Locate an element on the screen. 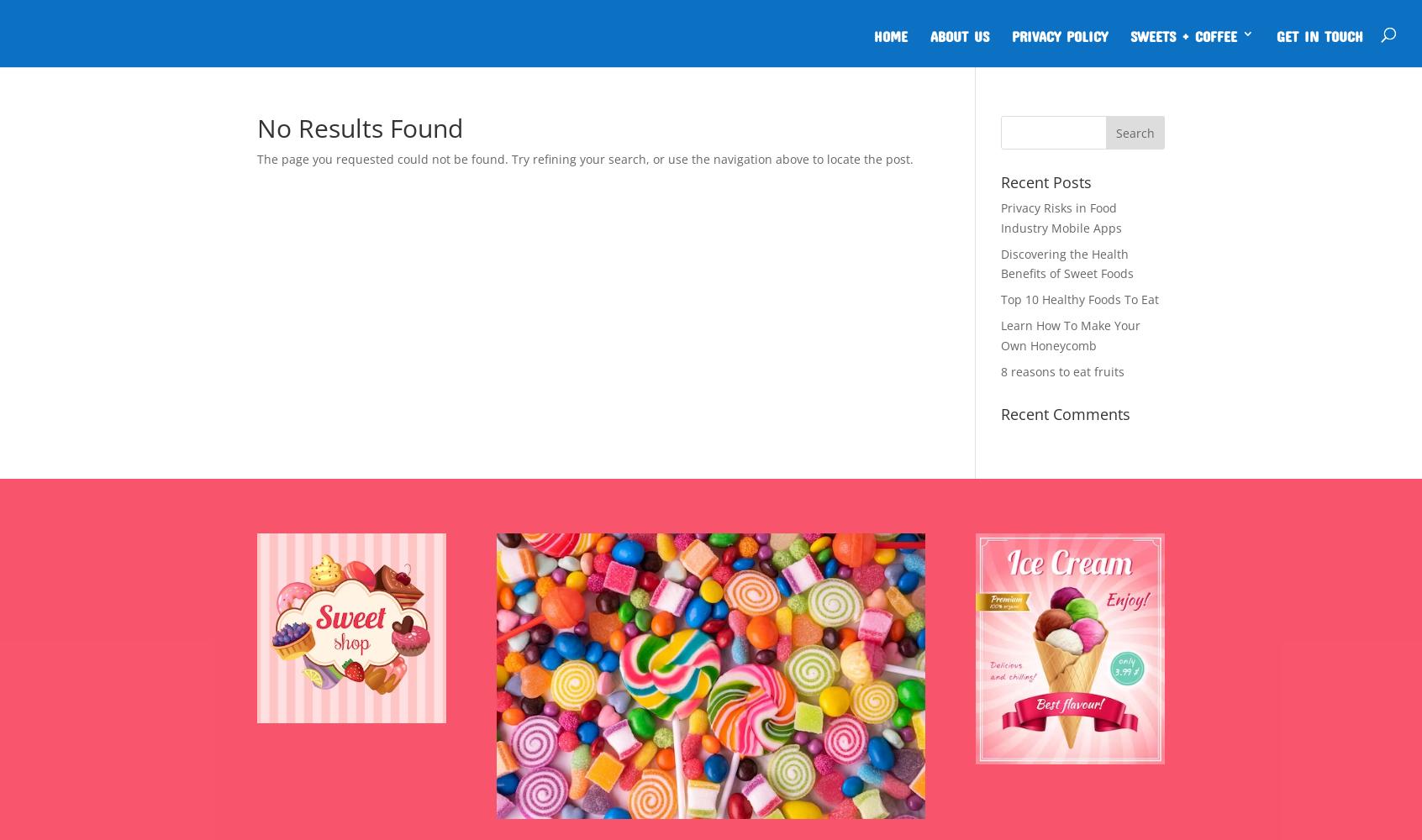 The width and height of the screenshot is (1422, 840). 'Barista-Quality Coffee at Home' is located at coordinates (1215, 115).